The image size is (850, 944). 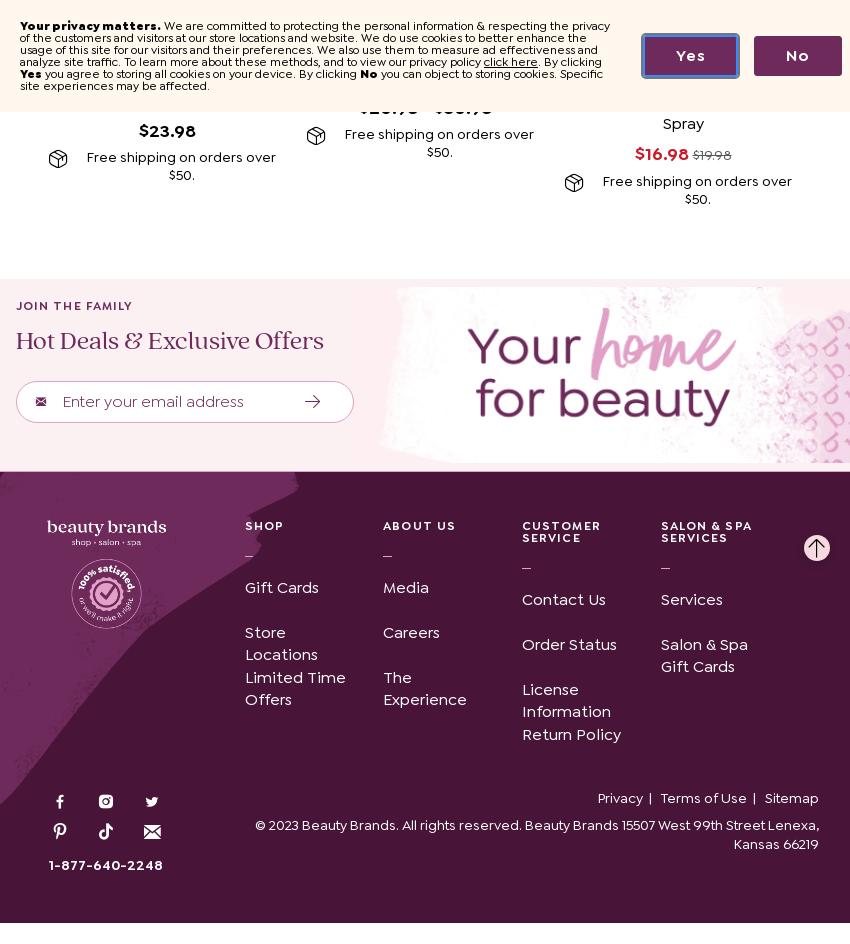 What do you see at coordinates (702, 653) in the screenshot?
I see `'Salon & Spa Gift Cards'` at bounding box center [702, 653].